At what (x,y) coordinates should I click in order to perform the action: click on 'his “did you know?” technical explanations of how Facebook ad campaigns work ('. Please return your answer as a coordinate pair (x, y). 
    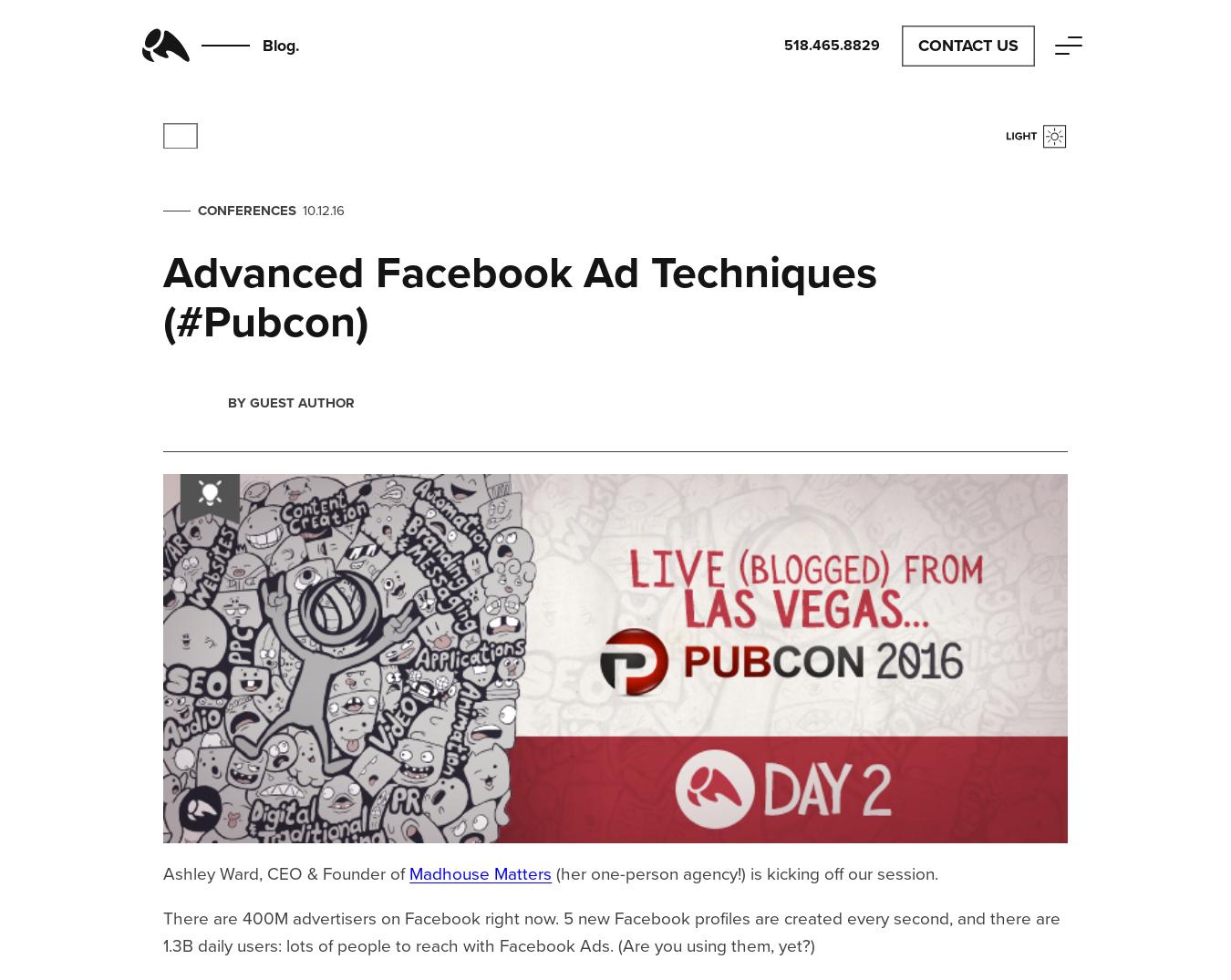
    Looking at the image, I should click on (643, 354).